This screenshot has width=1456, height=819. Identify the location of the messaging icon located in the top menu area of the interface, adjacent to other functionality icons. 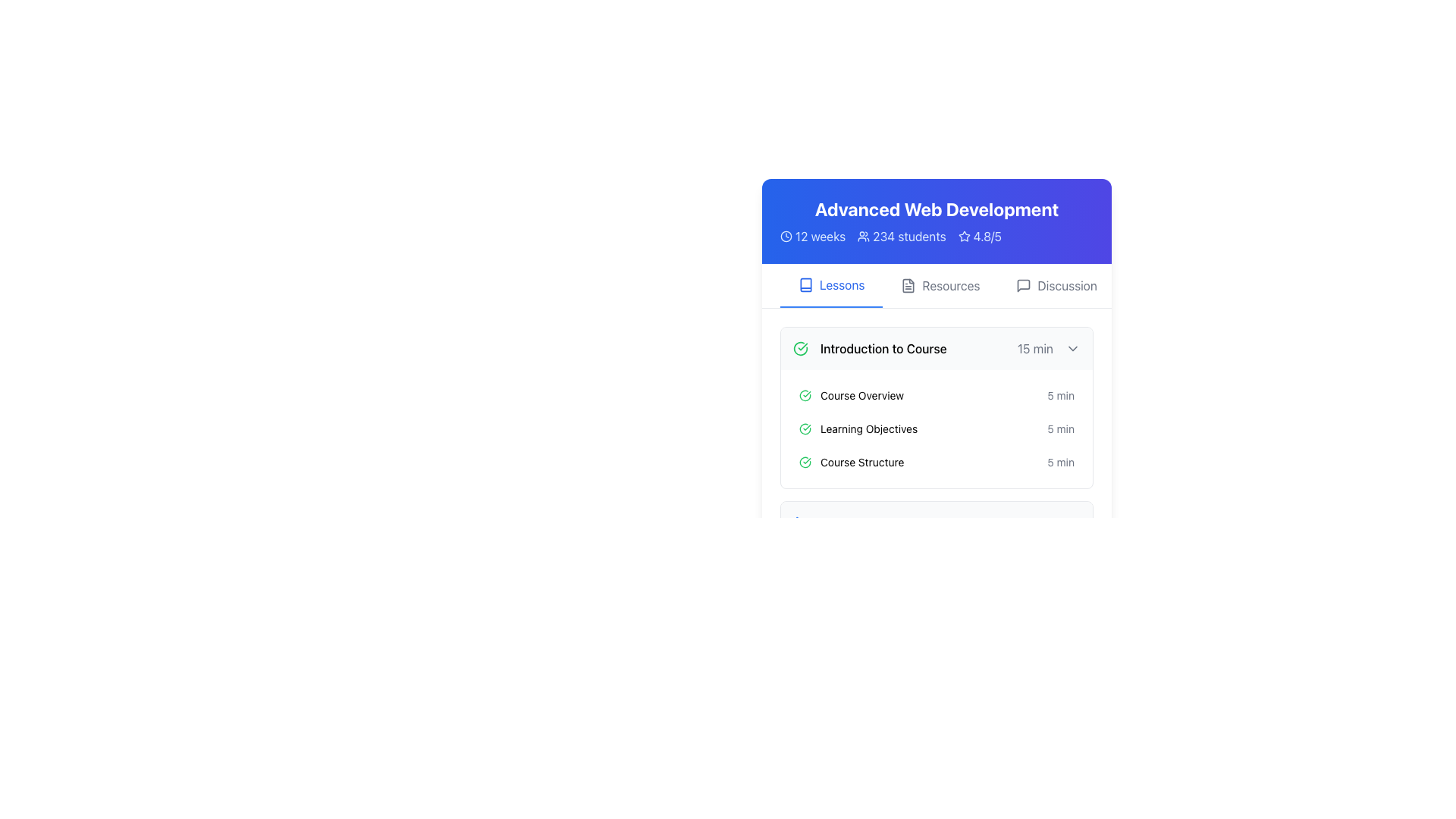
(1024, 286).